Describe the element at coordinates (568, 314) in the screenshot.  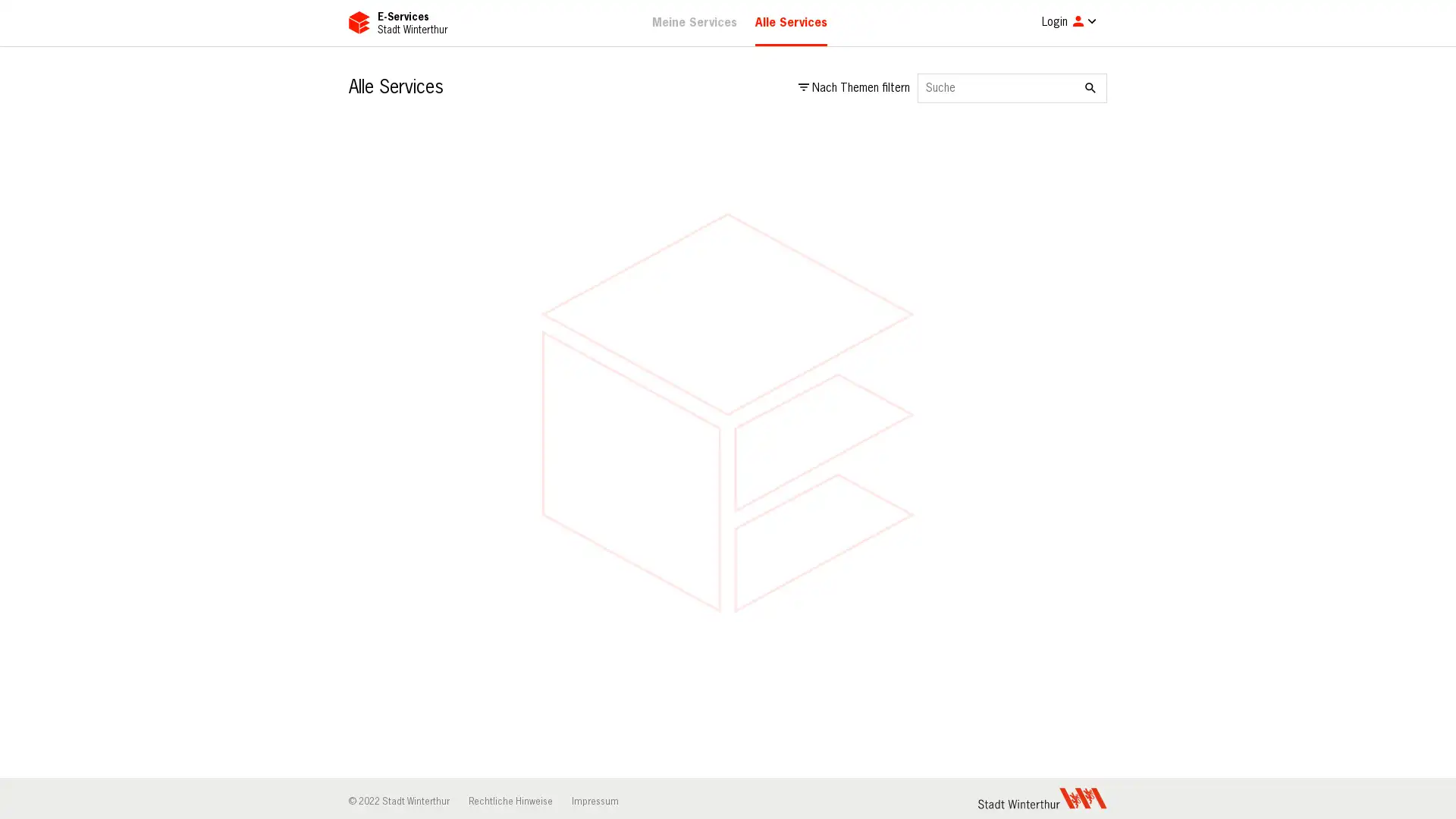
I see `Service Adressauskunft zu Meine Services hinzufugen` at that location.